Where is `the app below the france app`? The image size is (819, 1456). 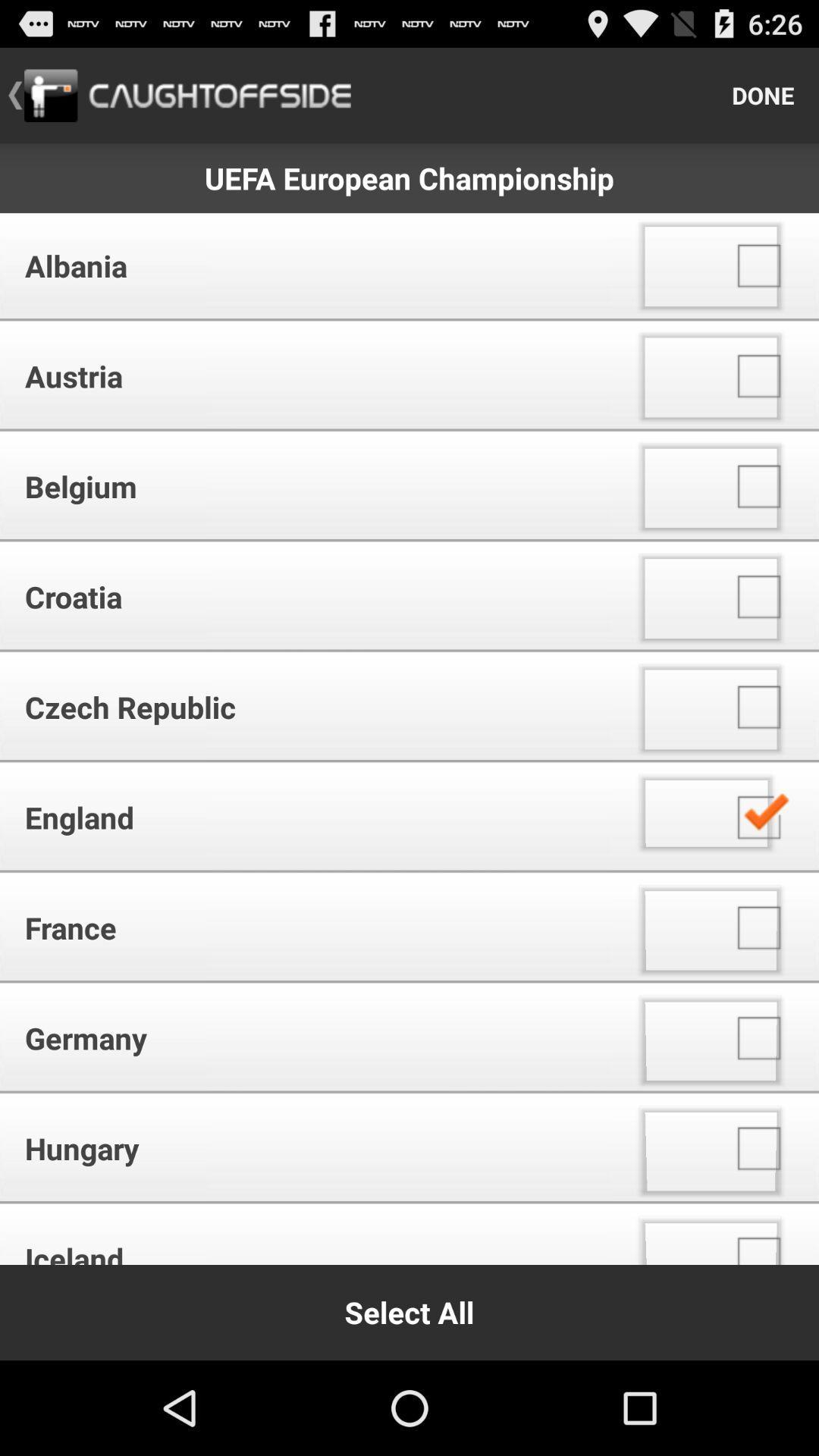 the app below the france app is located at coordinates (310, 1037).